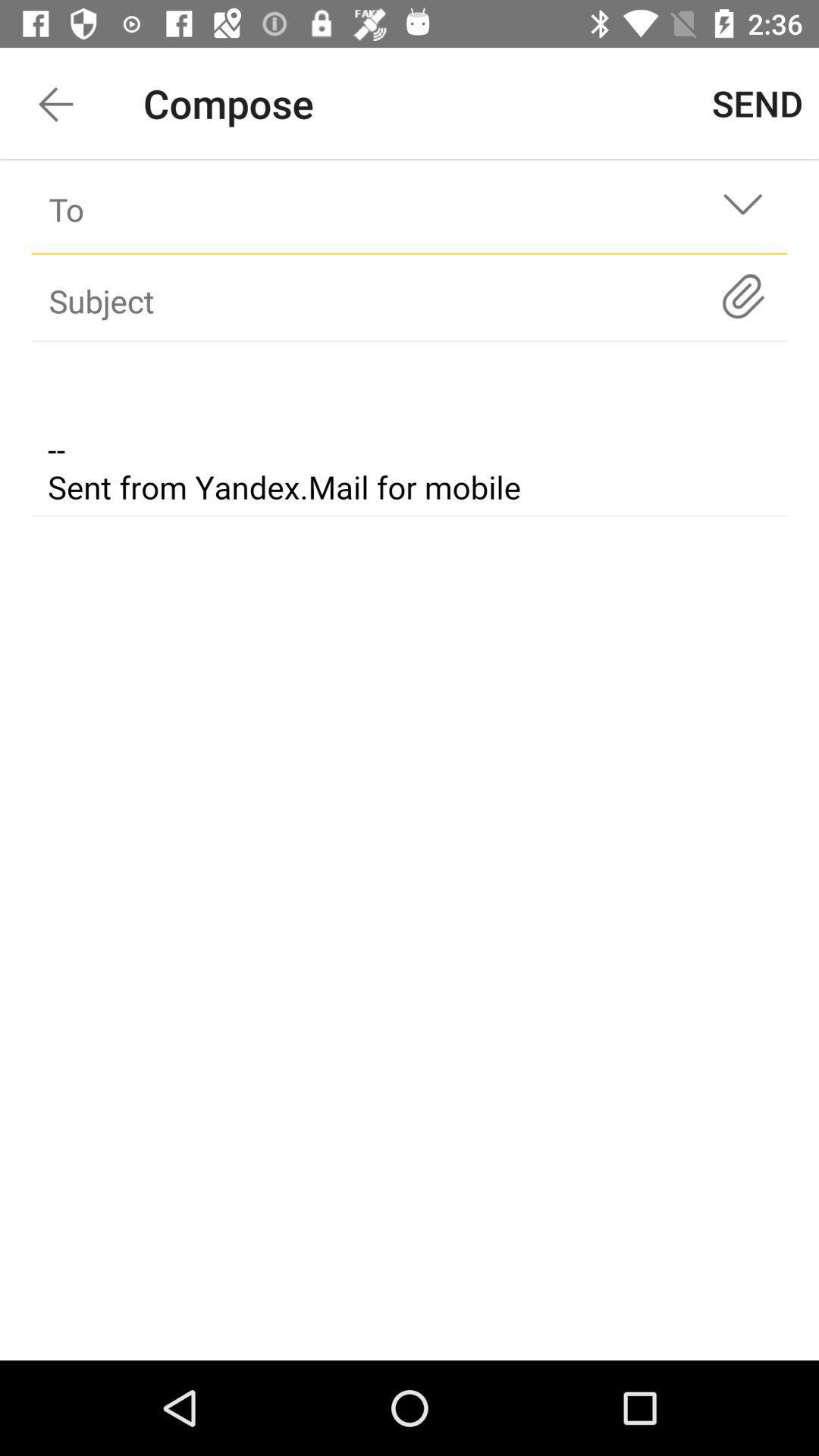 The width and height of the screenshot is (819, 1456). I want to click on the attach_file icon, so click(742, 296).